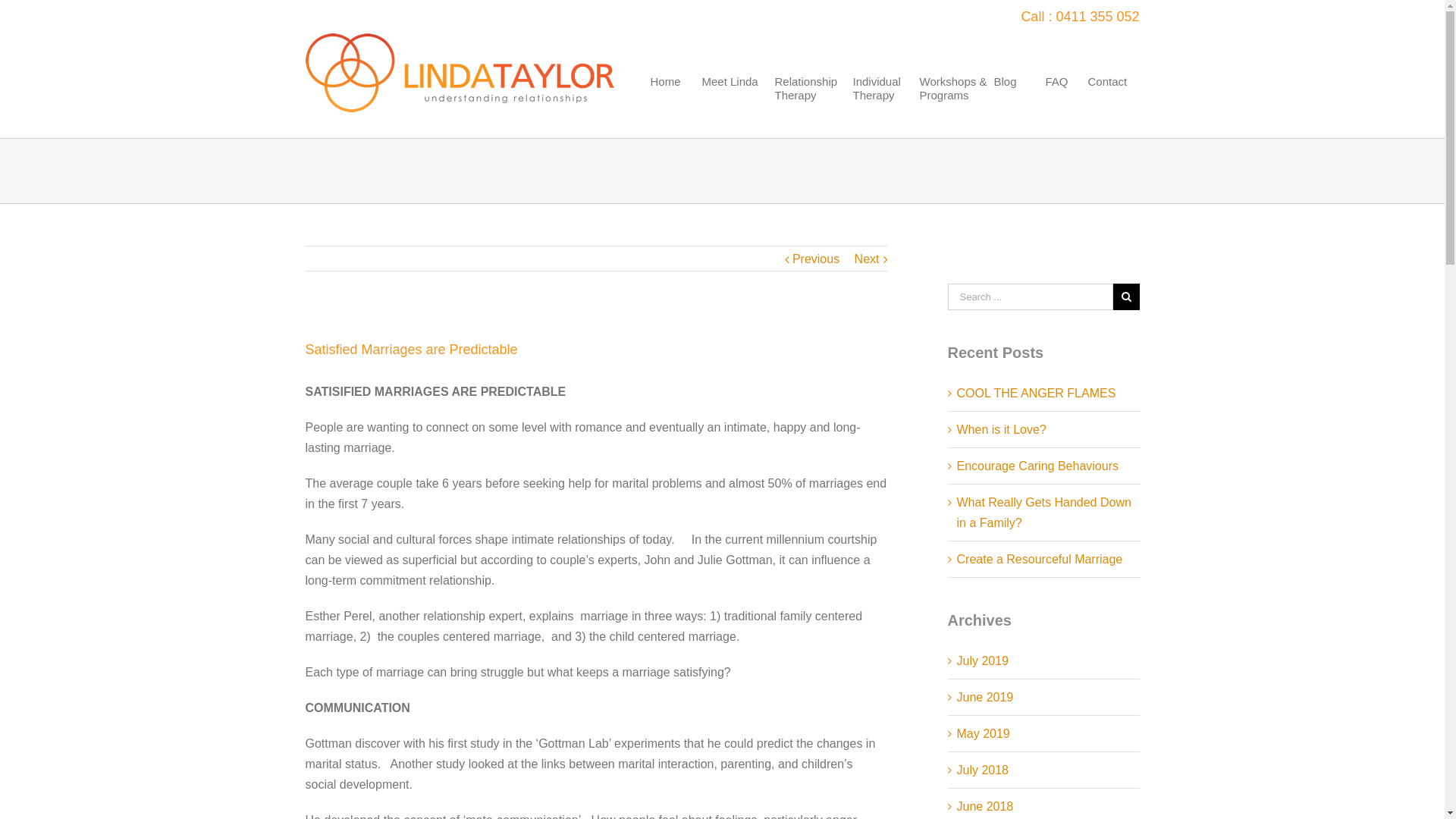 This screenshot has height=819, width=1456. Describe the element at coordinates (882, 105) in the screenshot. I see `'Individual Therapy'` at that location.